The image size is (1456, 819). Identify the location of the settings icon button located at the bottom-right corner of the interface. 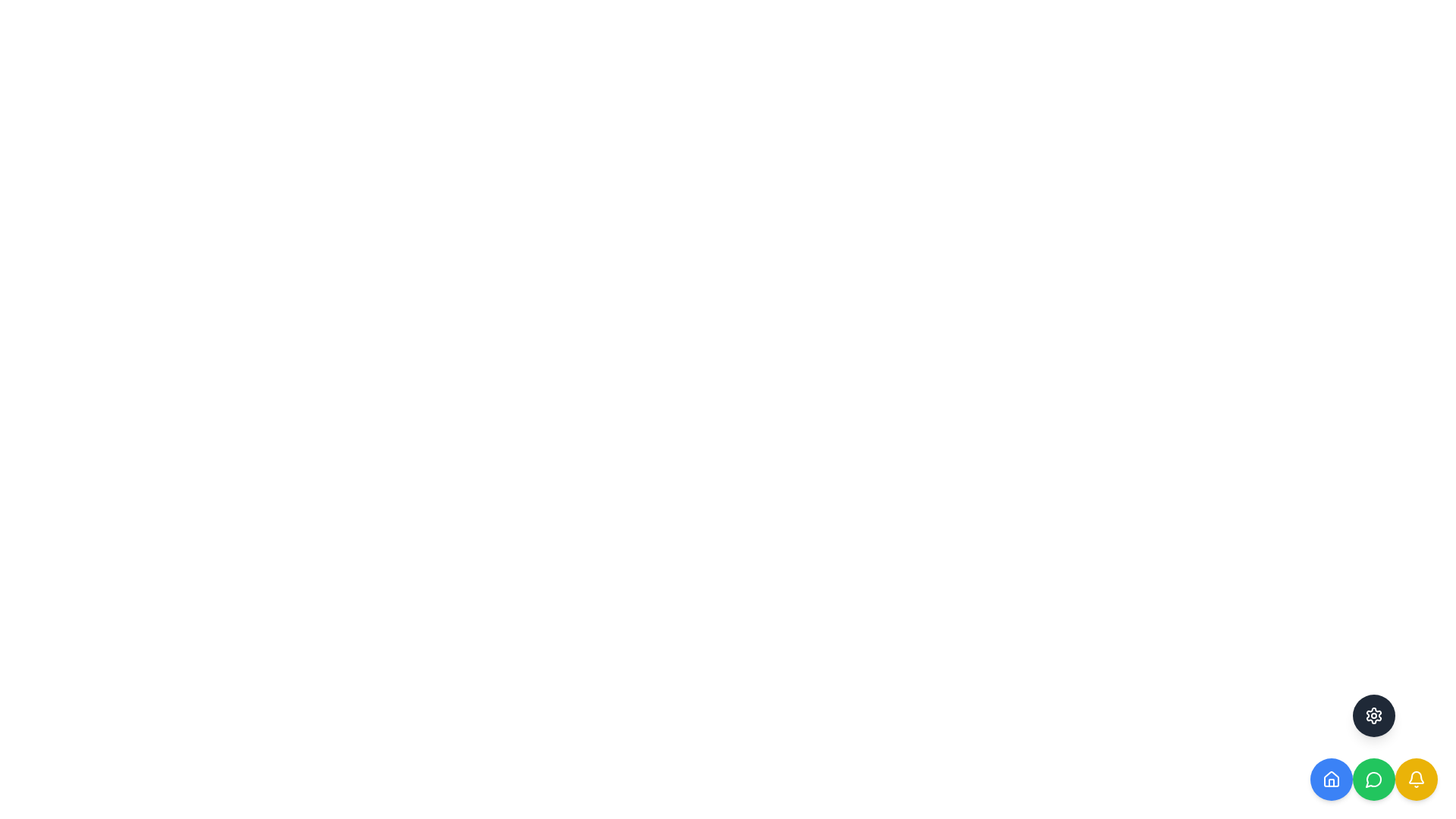
(1373, 716).